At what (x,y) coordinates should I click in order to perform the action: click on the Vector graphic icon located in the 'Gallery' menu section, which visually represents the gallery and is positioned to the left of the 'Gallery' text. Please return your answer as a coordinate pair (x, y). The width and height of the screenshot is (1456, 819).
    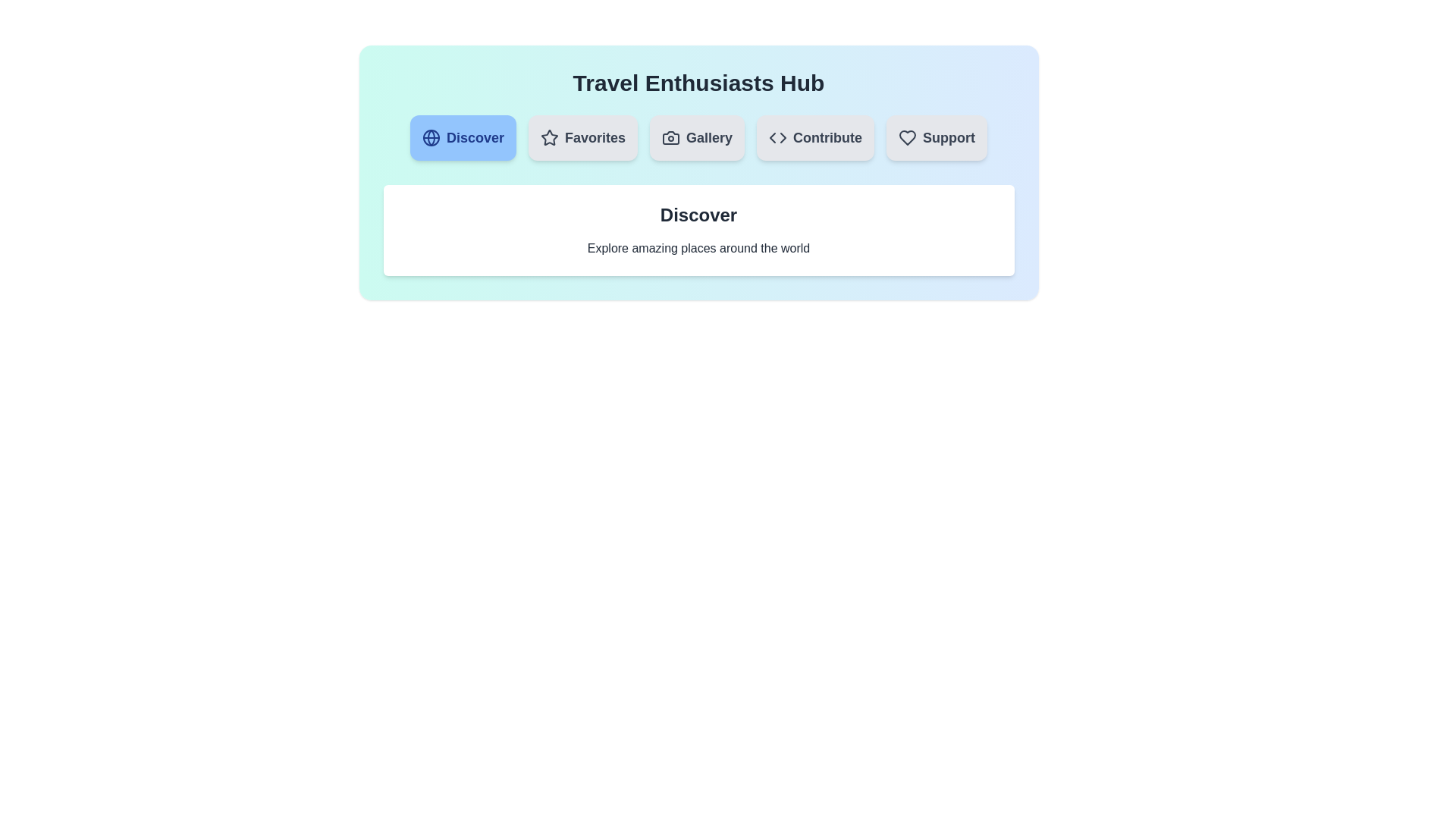
    Looking at the image, I should click on (670, 137).